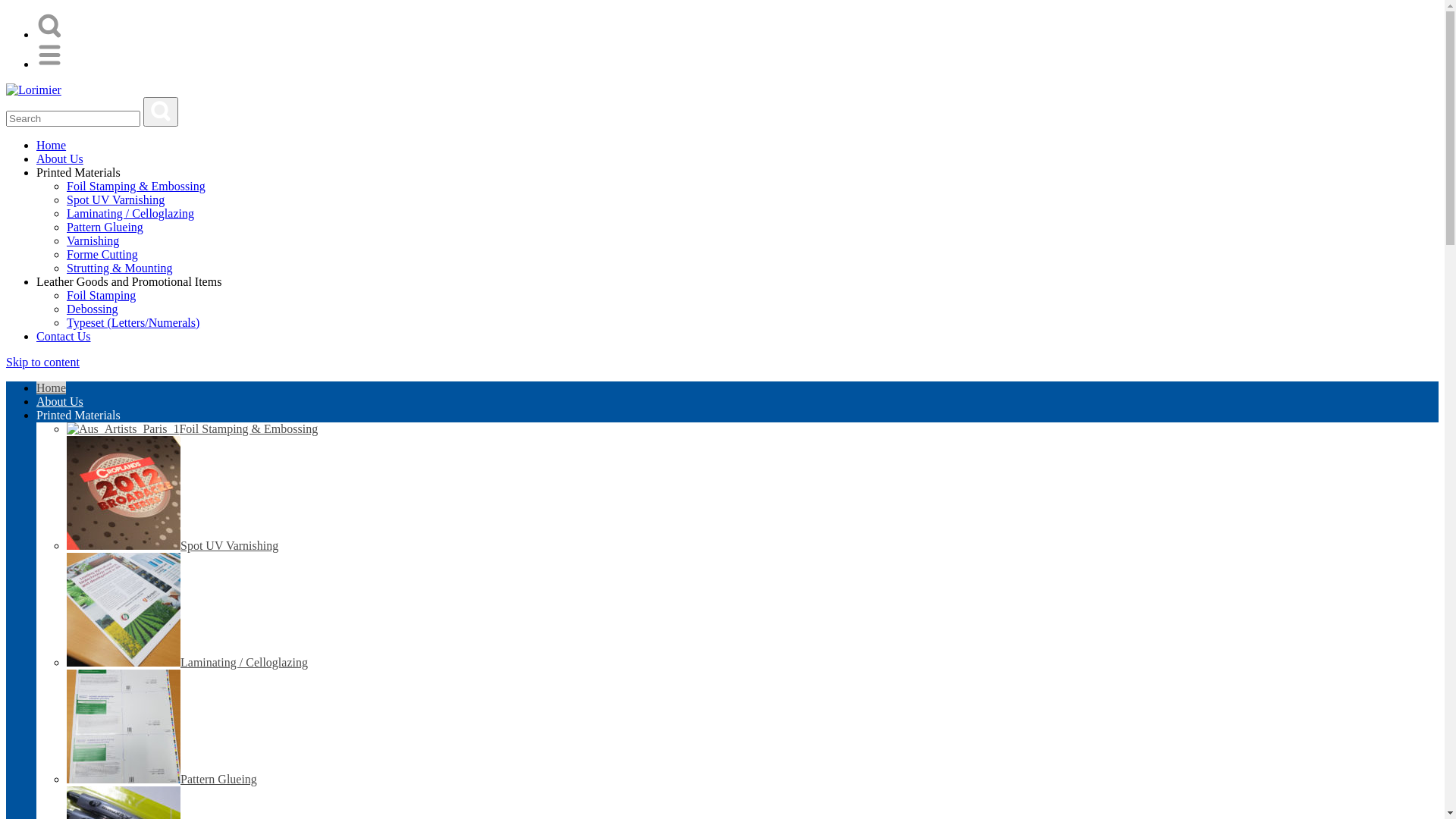 The height and width of the screenshot is (819, 1456). I want to click on 'Spot UV Varnishing', so click(65, 544).